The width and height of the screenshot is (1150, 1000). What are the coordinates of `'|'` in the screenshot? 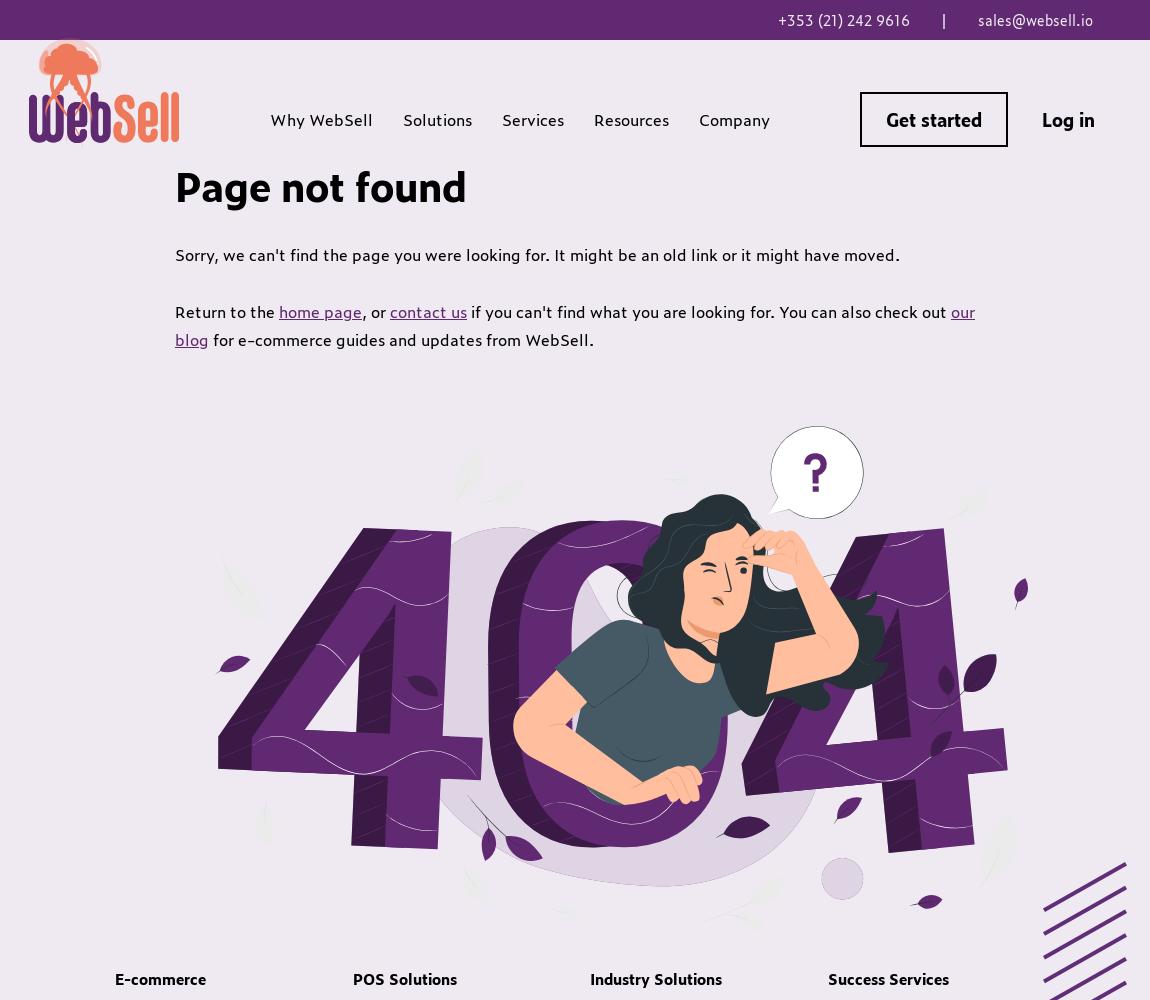 It's located at (943, 19).